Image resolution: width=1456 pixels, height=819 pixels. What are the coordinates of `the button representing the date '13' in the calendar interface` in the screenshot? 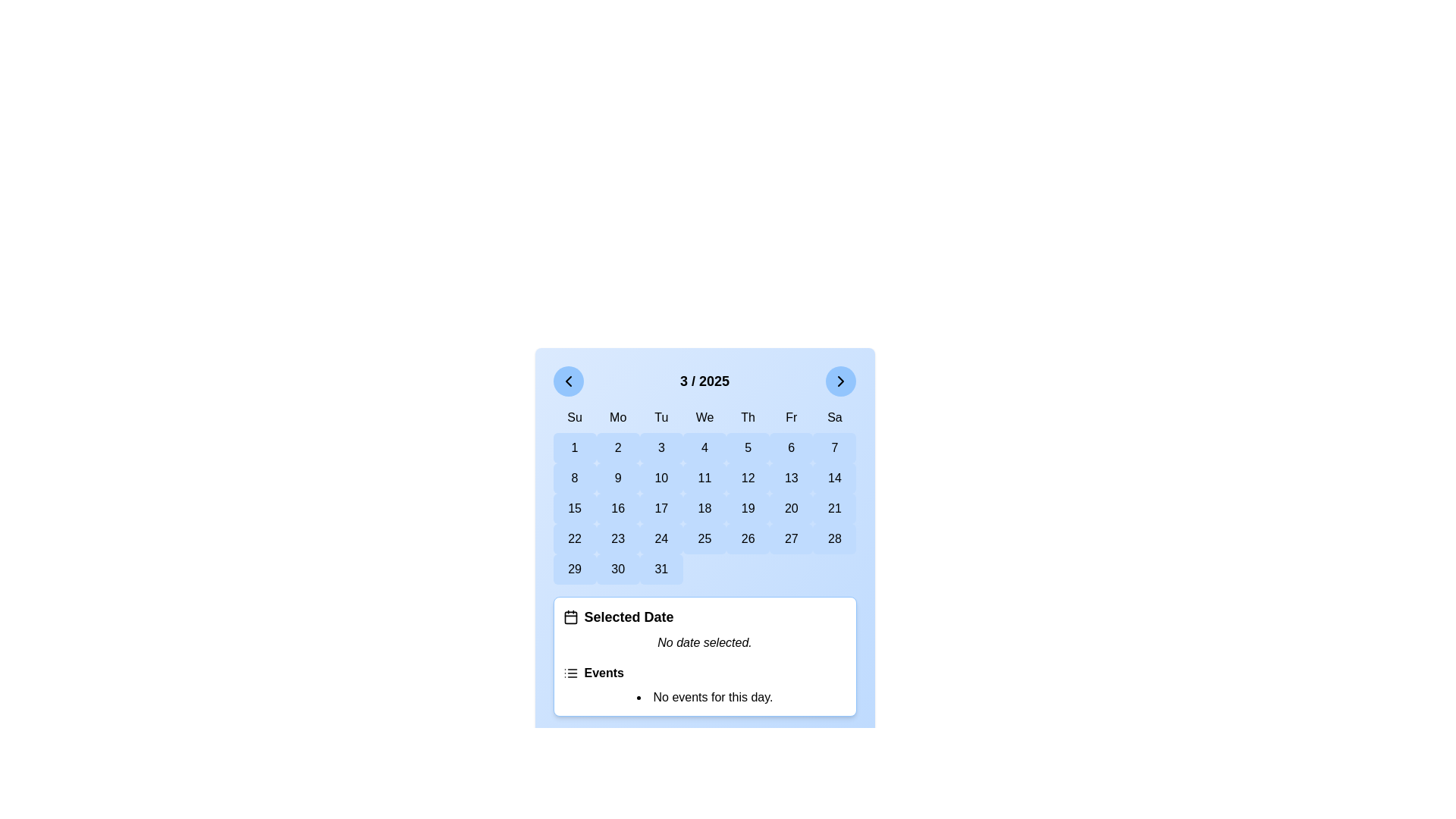 It's located at (790, 479).